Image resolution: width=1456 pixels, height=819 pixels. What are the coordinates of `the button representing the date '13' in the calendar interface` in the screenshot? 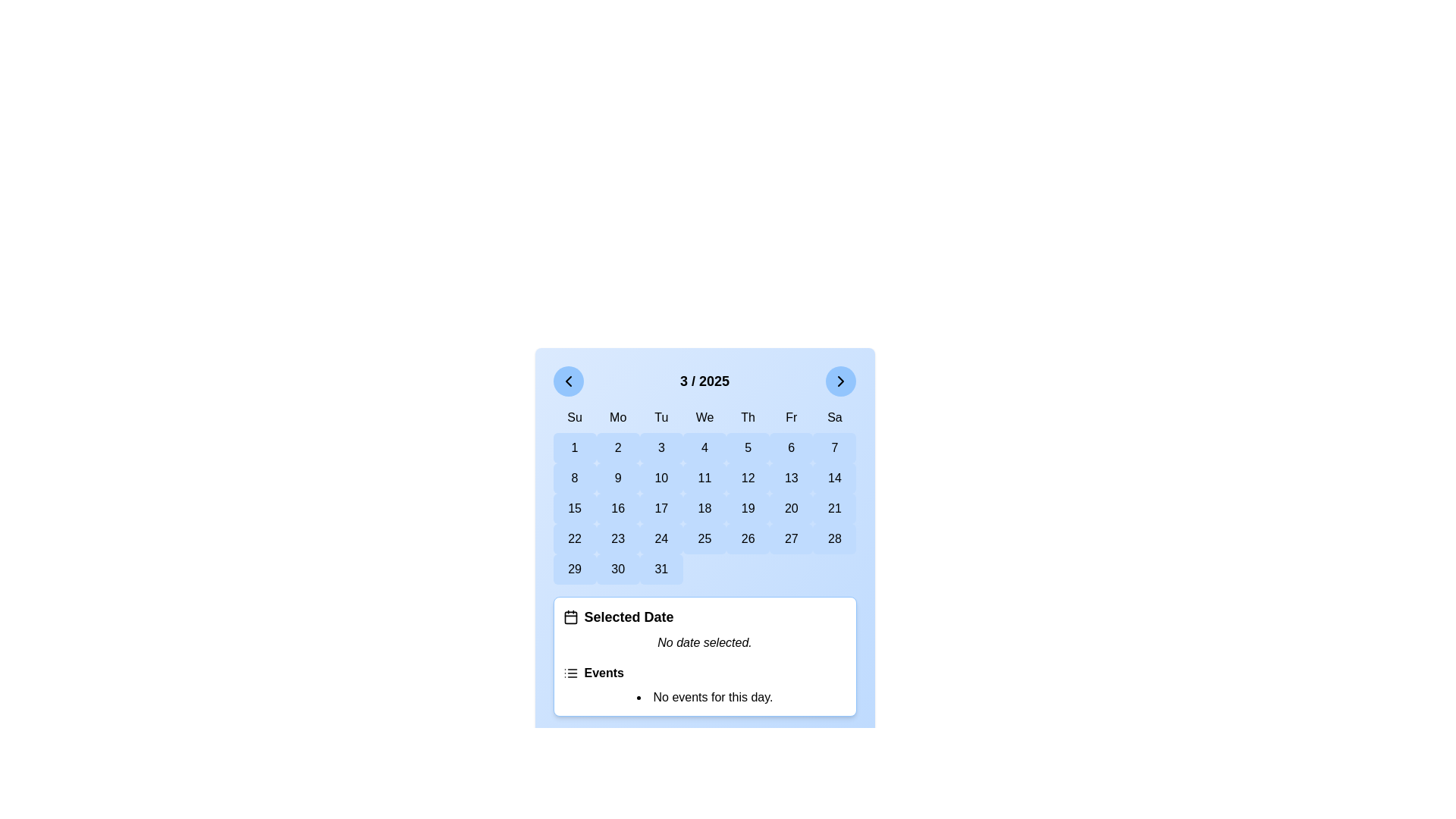 It's located at (790, 479).